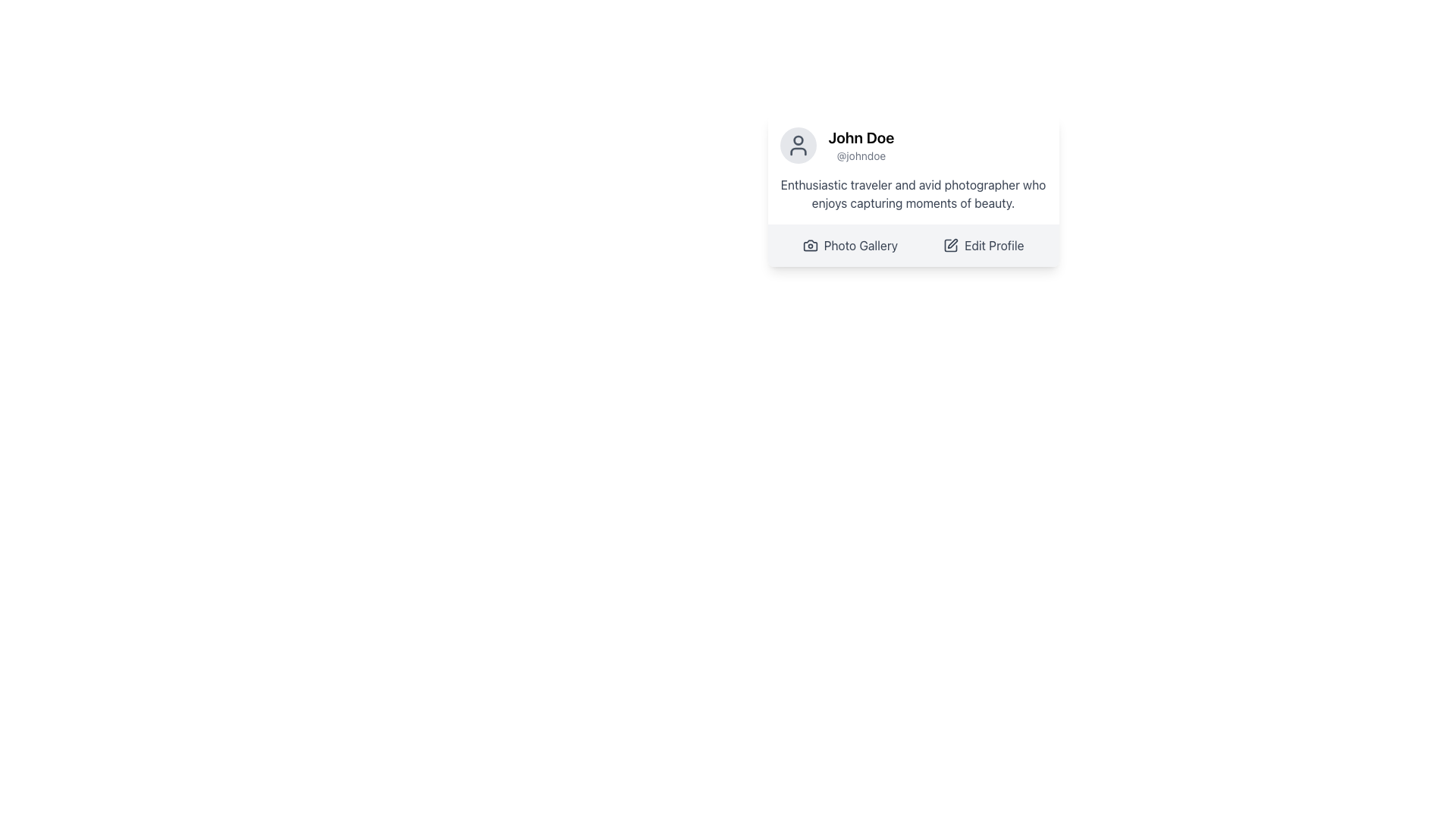 Image resolution: width=1456 pixels, height=819 pixels. What do you see at coordinates (984, 245) in the screenshot?
I see `the profile edit button located on the right side of the layout` at bounding box center [984, 245].